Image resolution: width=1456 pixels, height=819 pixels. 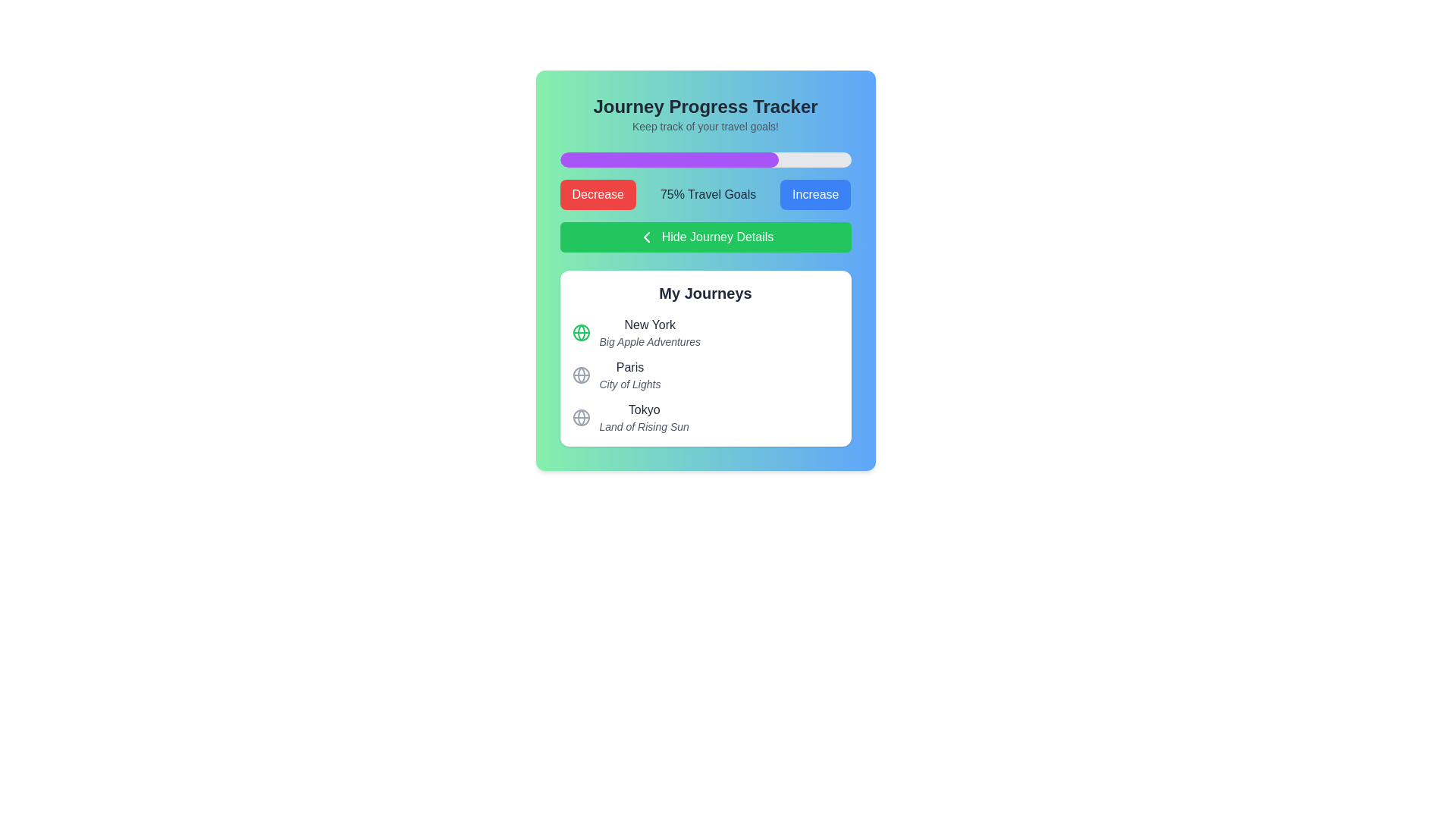 I want to click on the header text display that reads 'Journey Progress Tracker' to read it, so click(x=704, y=113).